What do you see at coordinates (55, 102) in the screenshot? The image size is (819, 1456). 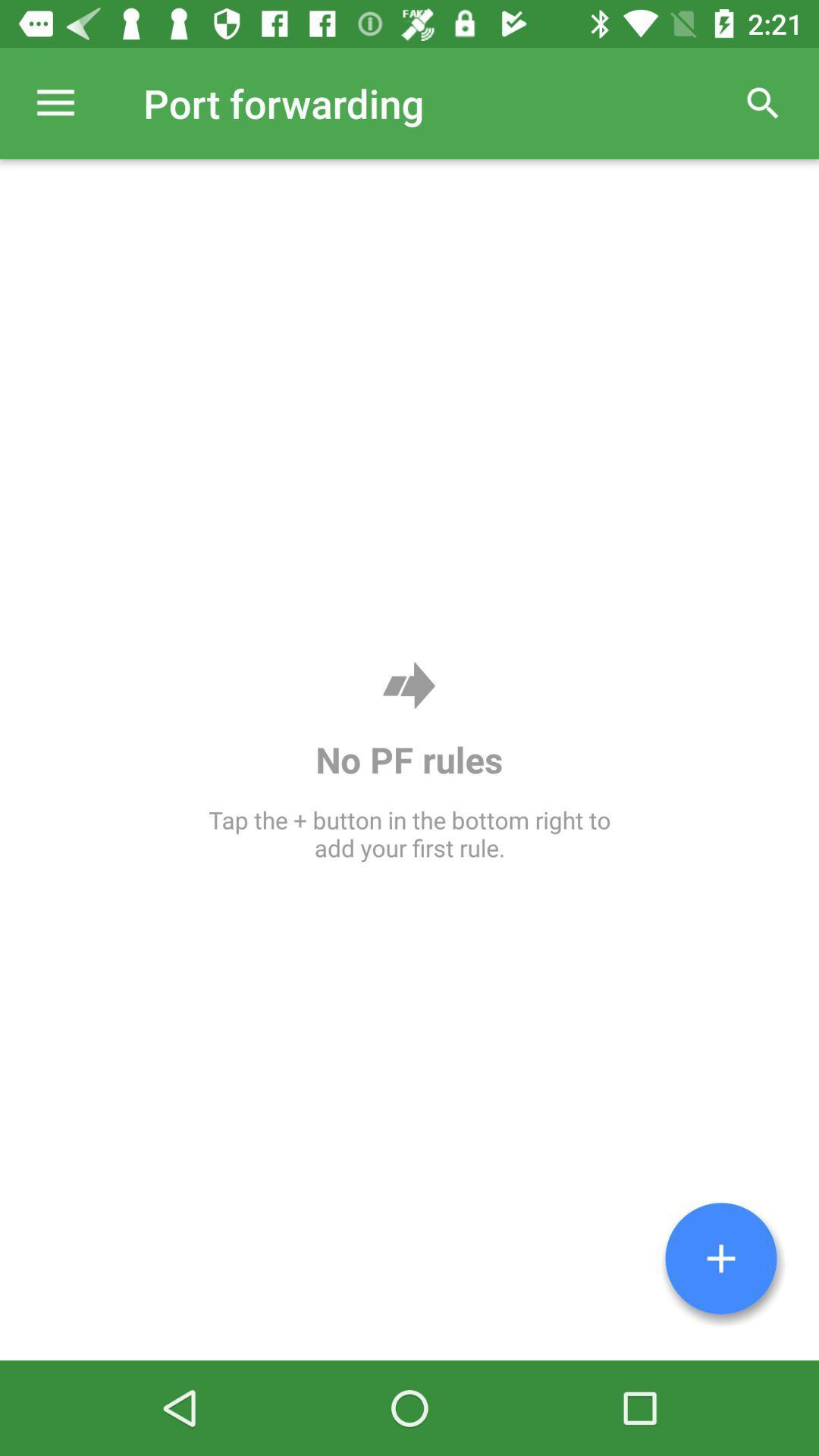 I see `the icon to the left of the port forwarding item` at bounding box center [55, 102].